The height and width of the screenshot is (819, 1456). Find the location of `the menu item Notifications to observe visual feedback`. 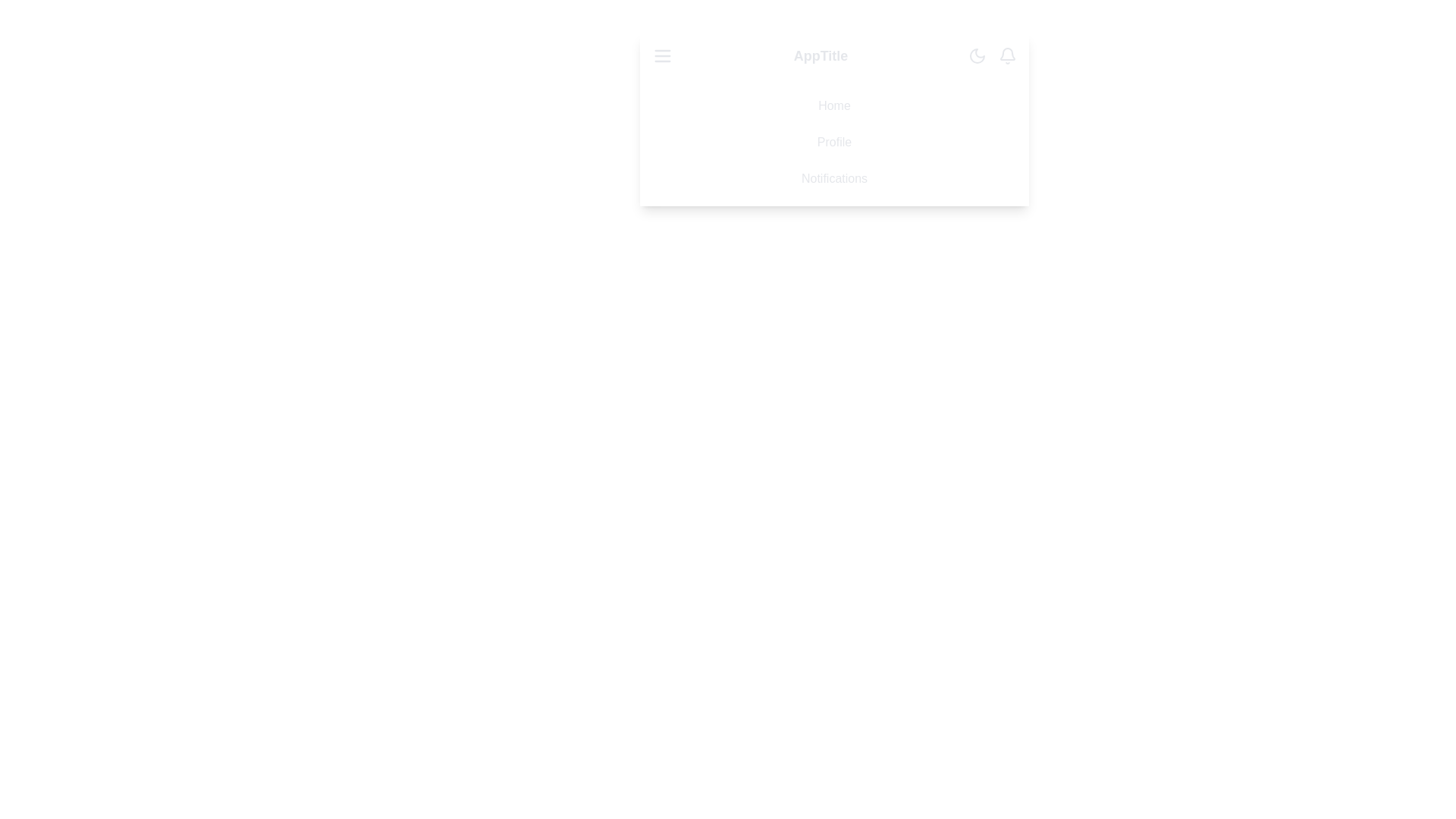

the menu item Notifications to observe visual feedback is located at coordinates (833, 177).